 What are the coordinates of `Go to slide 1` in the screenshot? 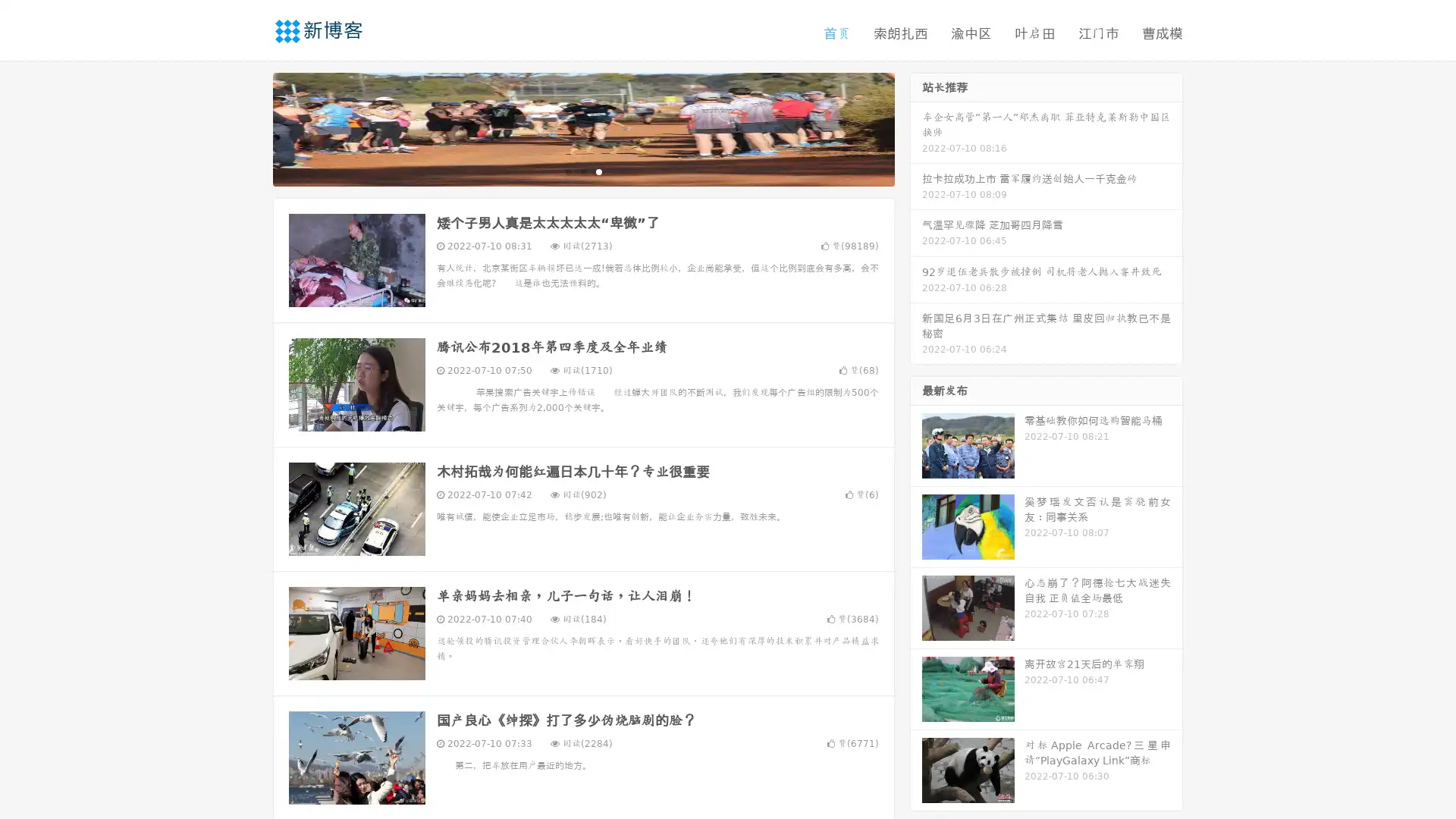 It's located at (567, 171).